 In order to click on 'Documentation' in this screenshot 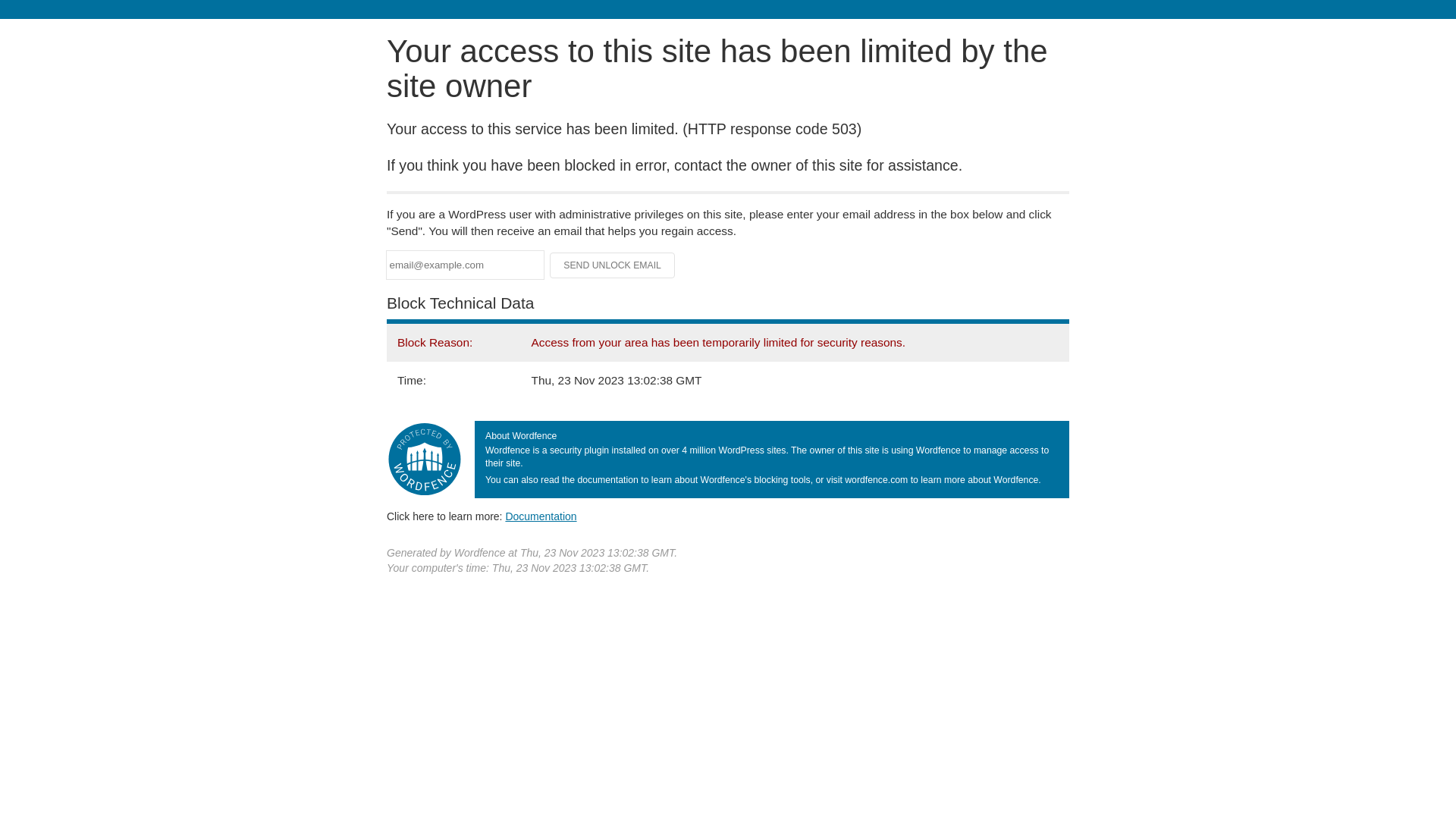, I will do `click(541, 516)`.